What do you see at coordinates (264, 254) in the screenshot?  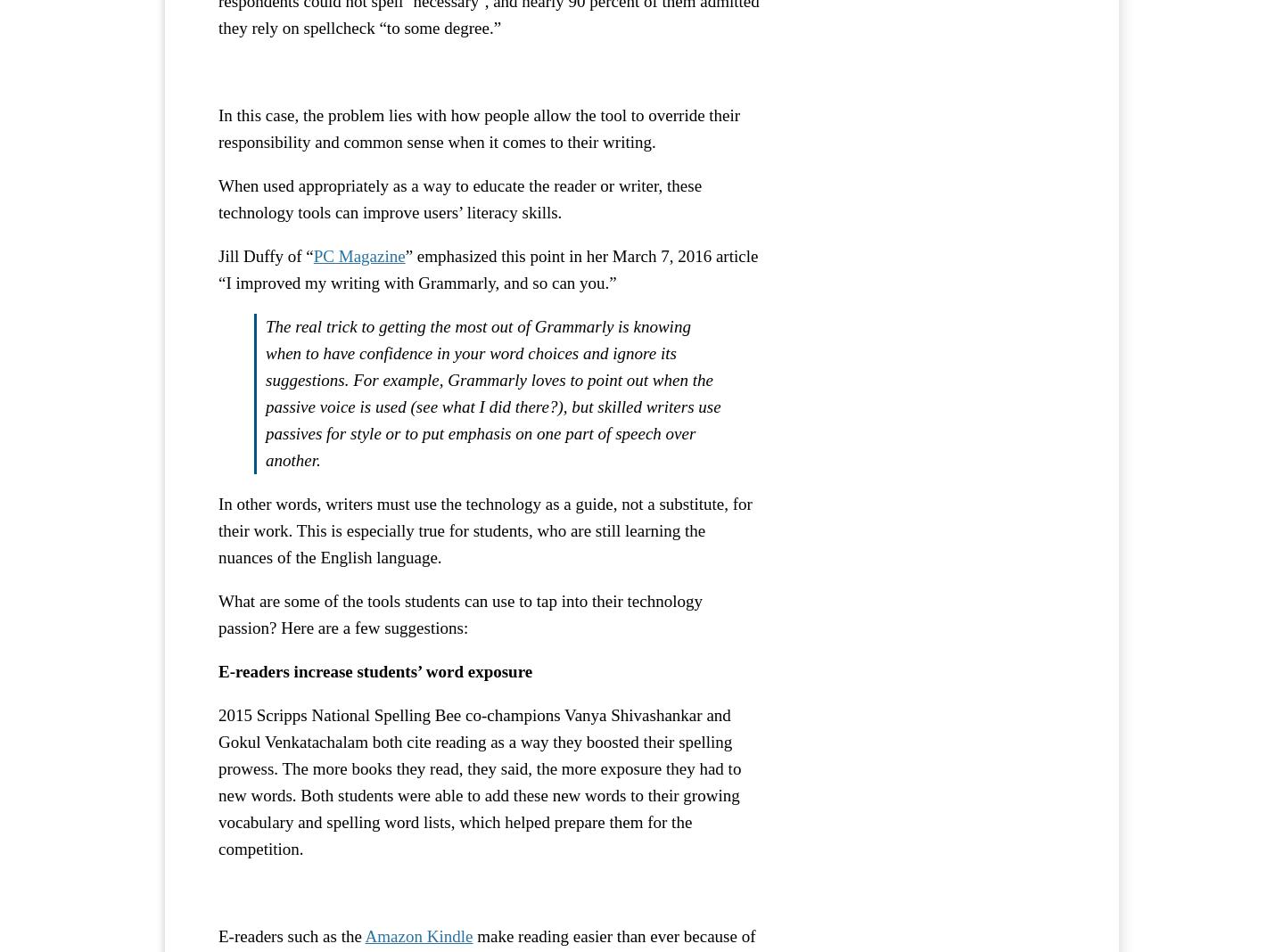 I see `'Jill Duffy of “'` at bounding box center [264, 254].